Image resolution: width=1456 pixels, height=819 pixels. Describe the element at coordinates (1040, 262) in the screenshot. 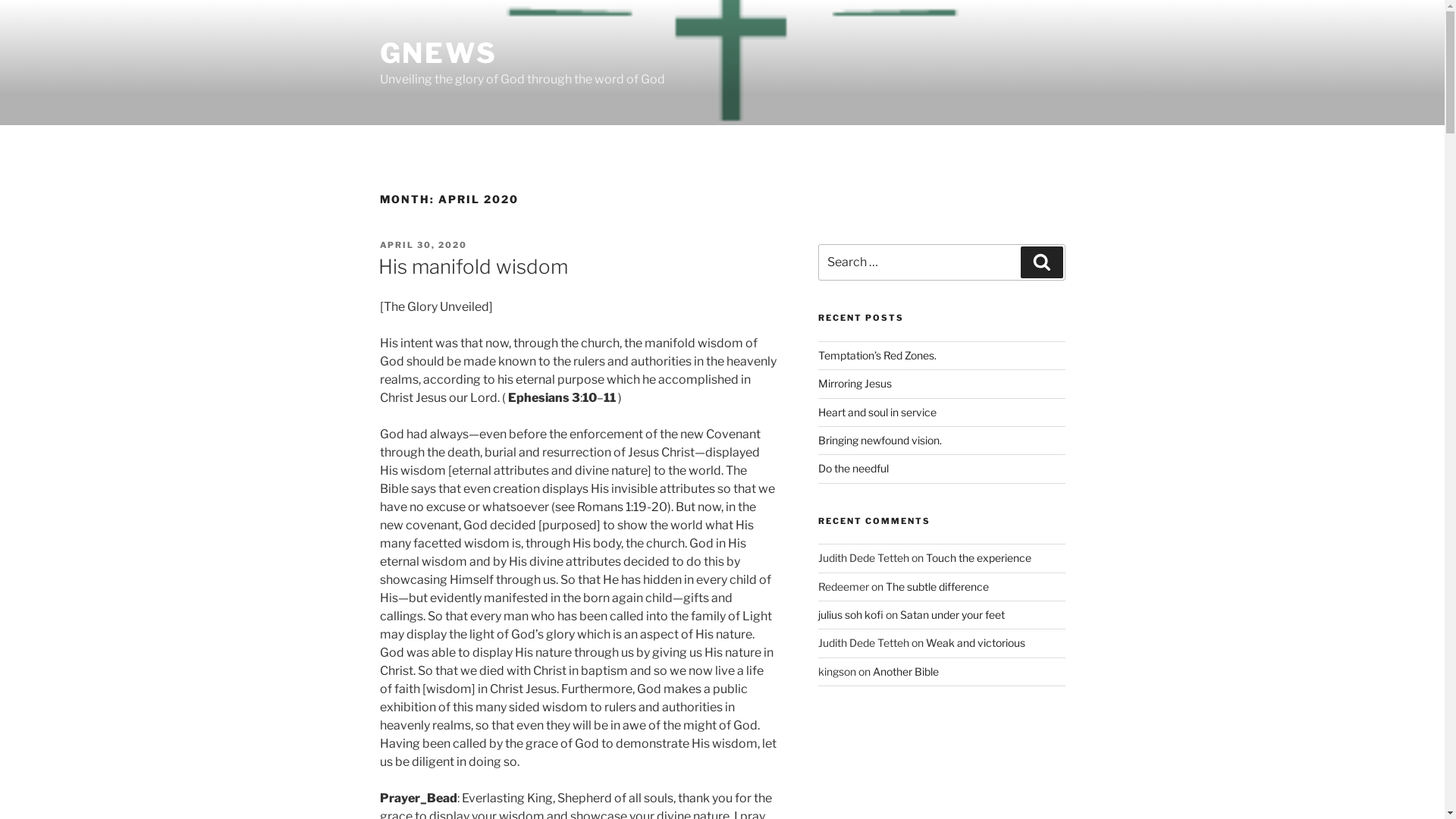

I see `'Search'` at that location.